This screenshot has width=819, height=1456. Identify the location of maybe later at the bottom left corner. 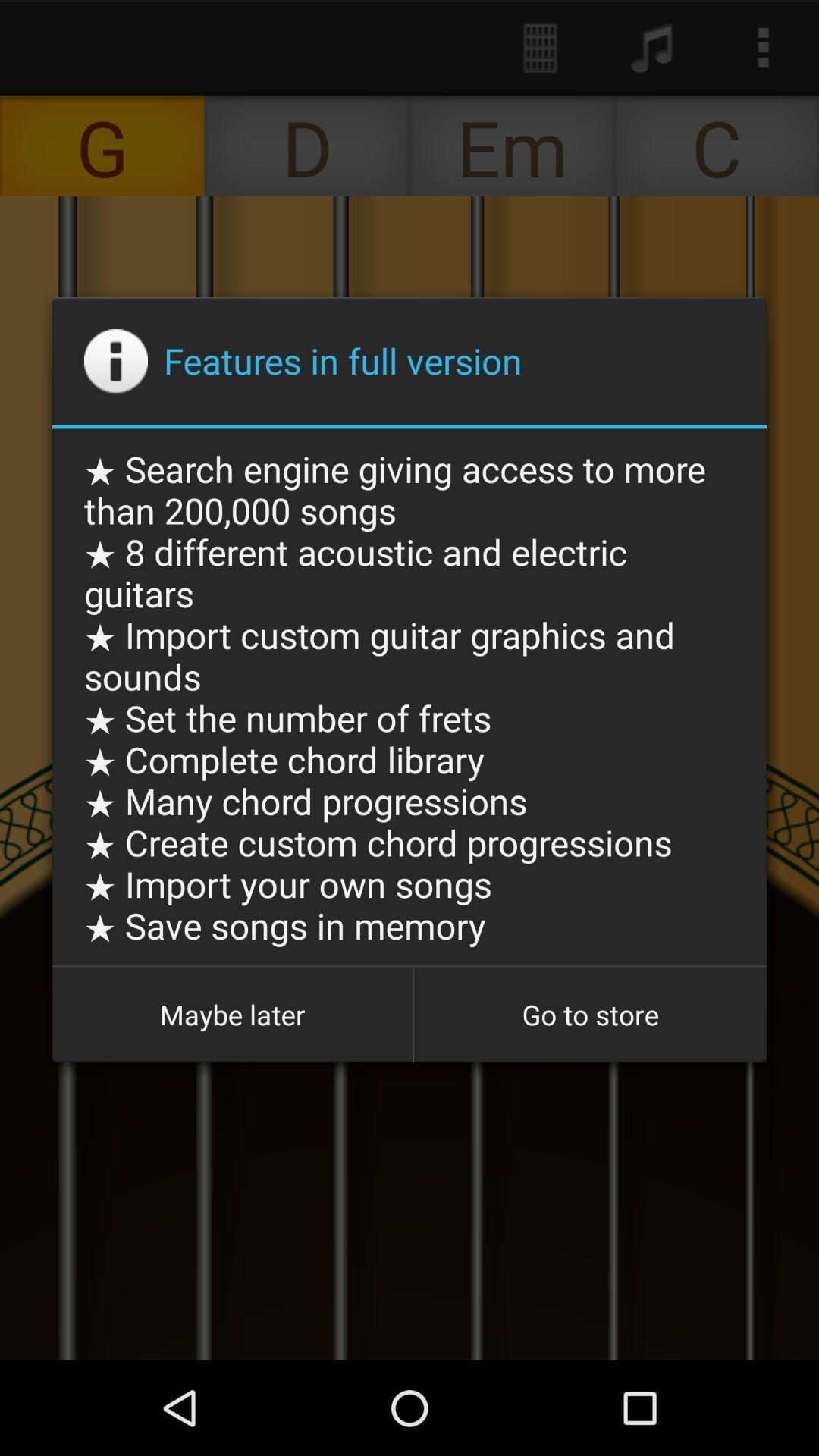
(232, 1015).